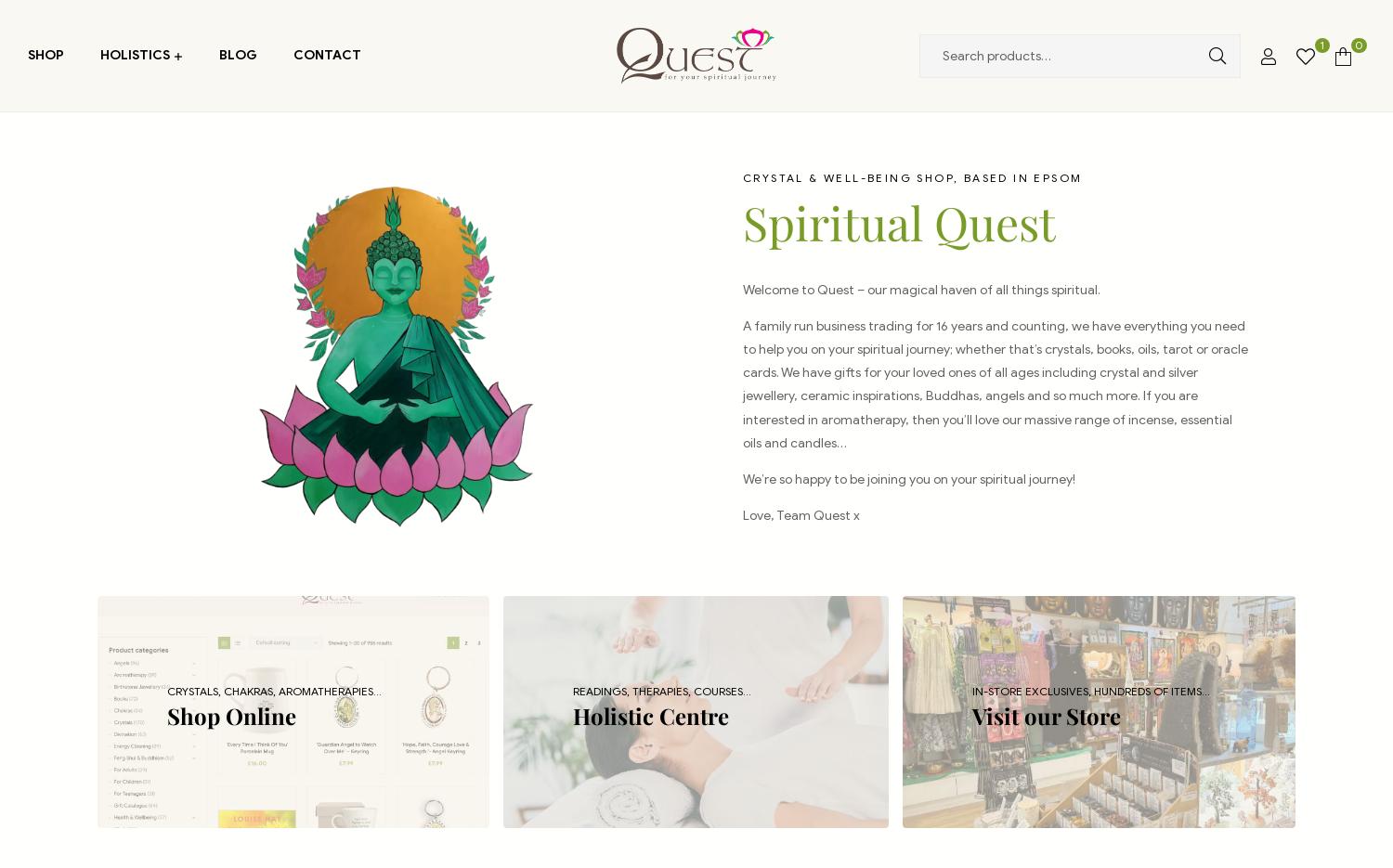  Describe the element at coordinates (1090, 690) in the screenshot. I see `'In-Store Exclusives, Hundreds of Items...'` at that location.